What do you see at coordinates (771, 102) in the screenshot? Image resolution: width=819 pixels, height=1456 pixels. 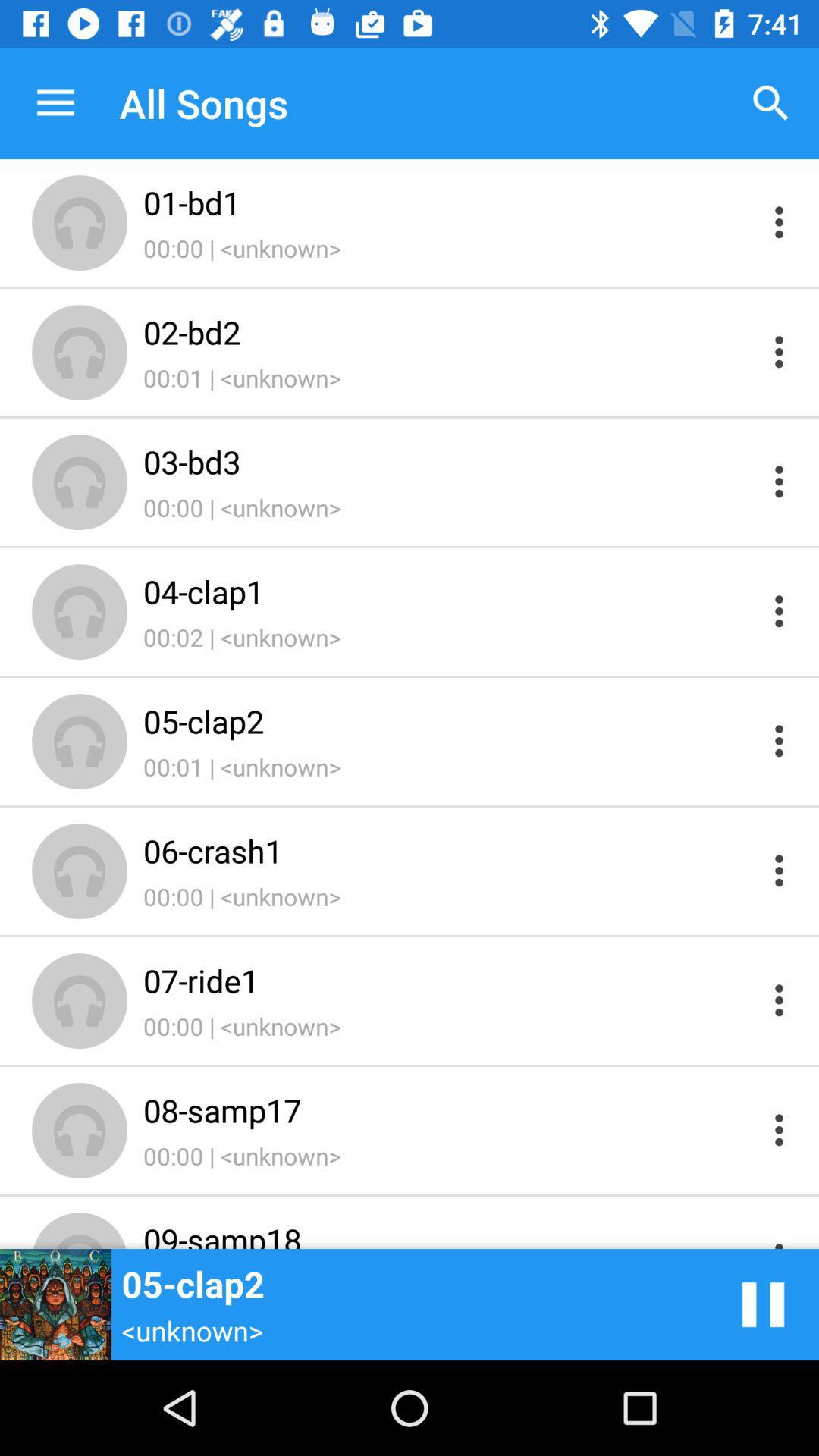 I see `item above the 01-bd1` at bounding box center [771, 102].